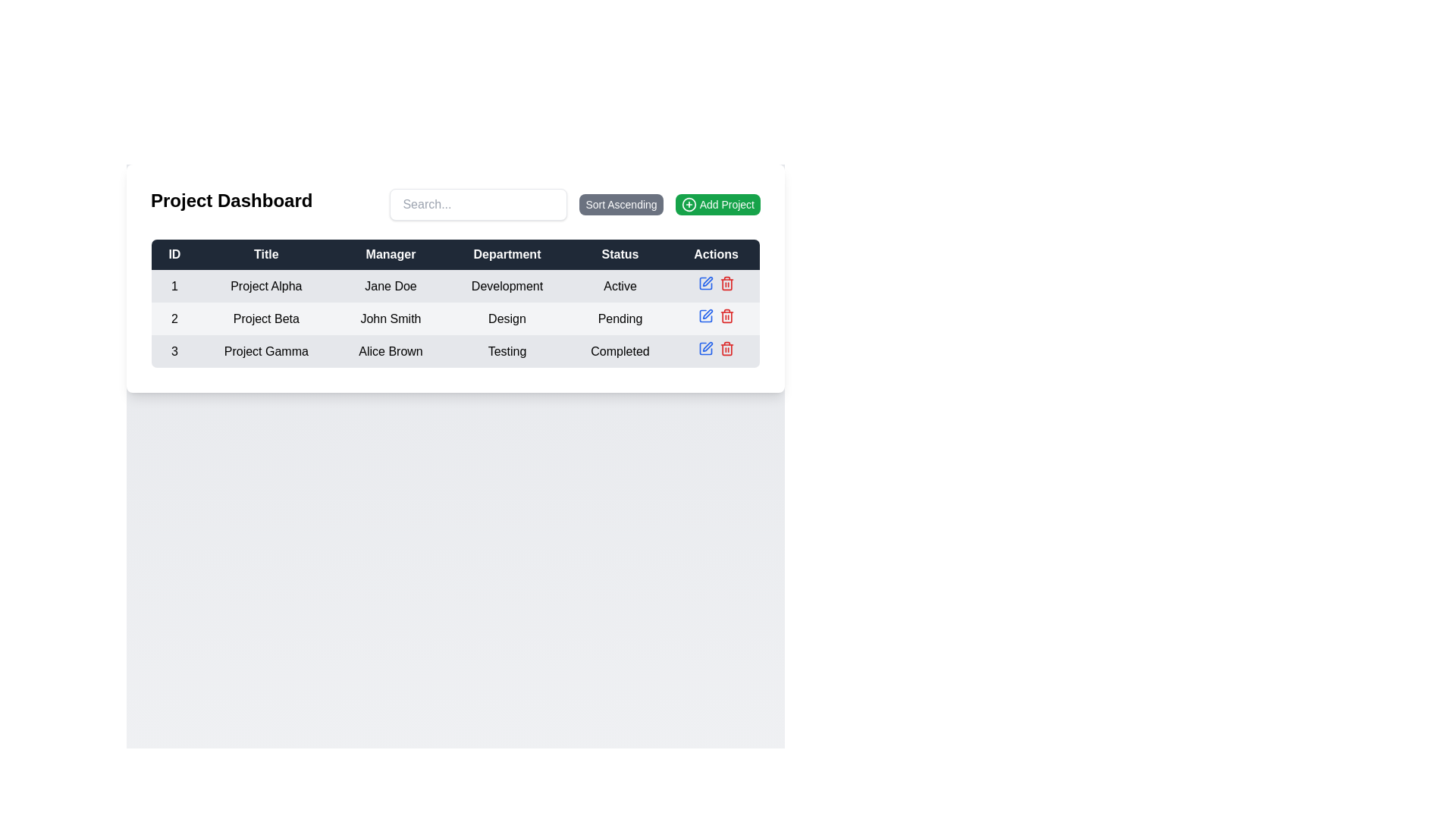  Describe the element at coordinates (715, 318) in the screenshot. I see `the blank cell in the last column of the 'Project Beta' row in the table` at that location.